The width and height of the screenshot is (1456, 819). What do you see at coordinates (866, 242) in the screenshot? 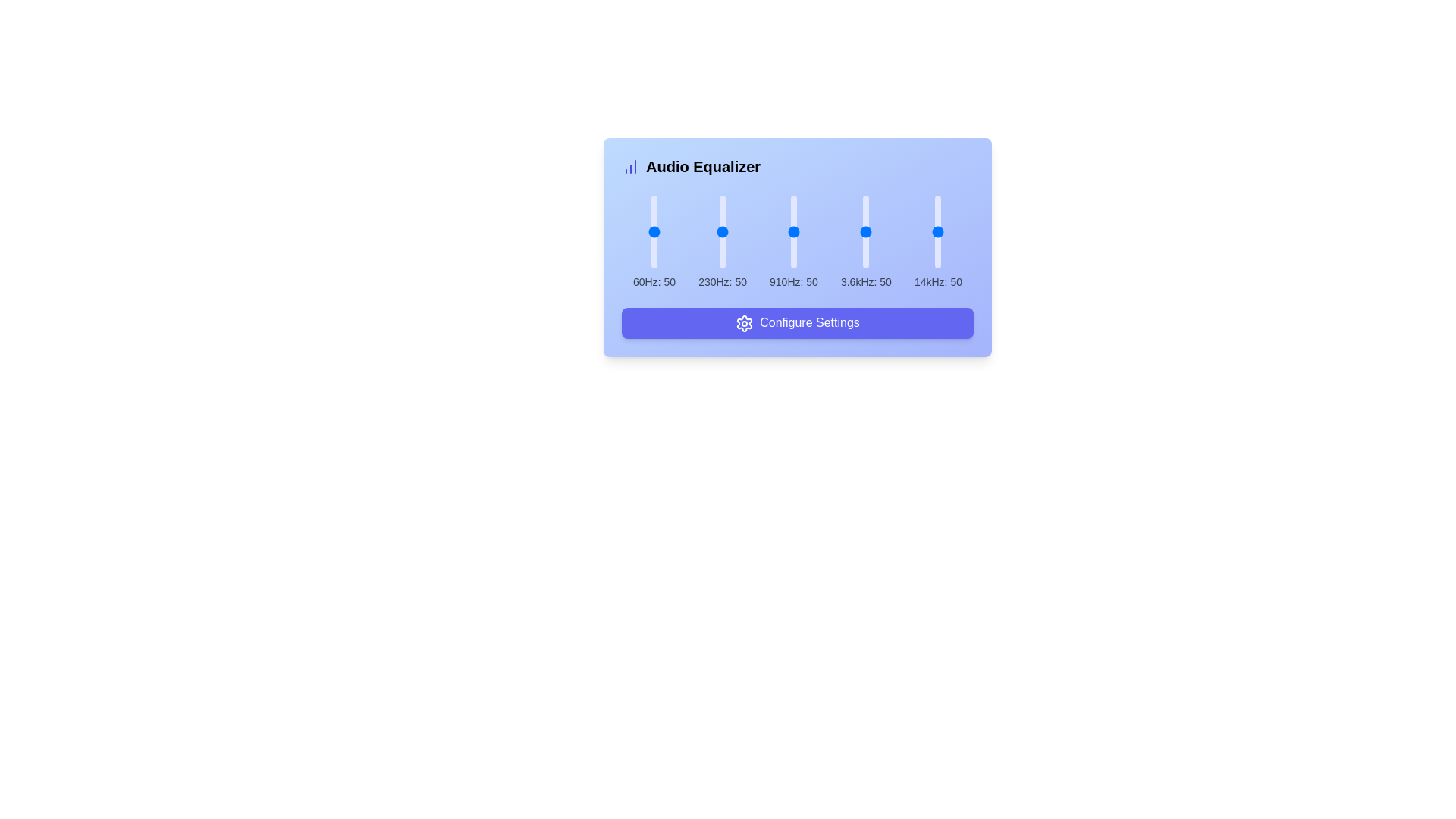
I see `the 3.6kHz audio equalizer slider` at bounding box center [866, 242].